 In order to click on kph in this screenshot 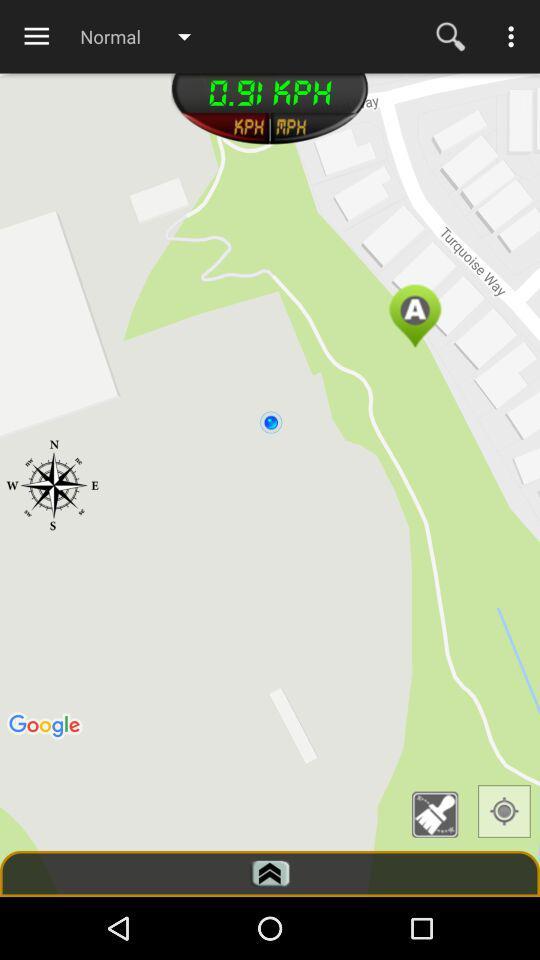, I will do `click(223, 127)`.